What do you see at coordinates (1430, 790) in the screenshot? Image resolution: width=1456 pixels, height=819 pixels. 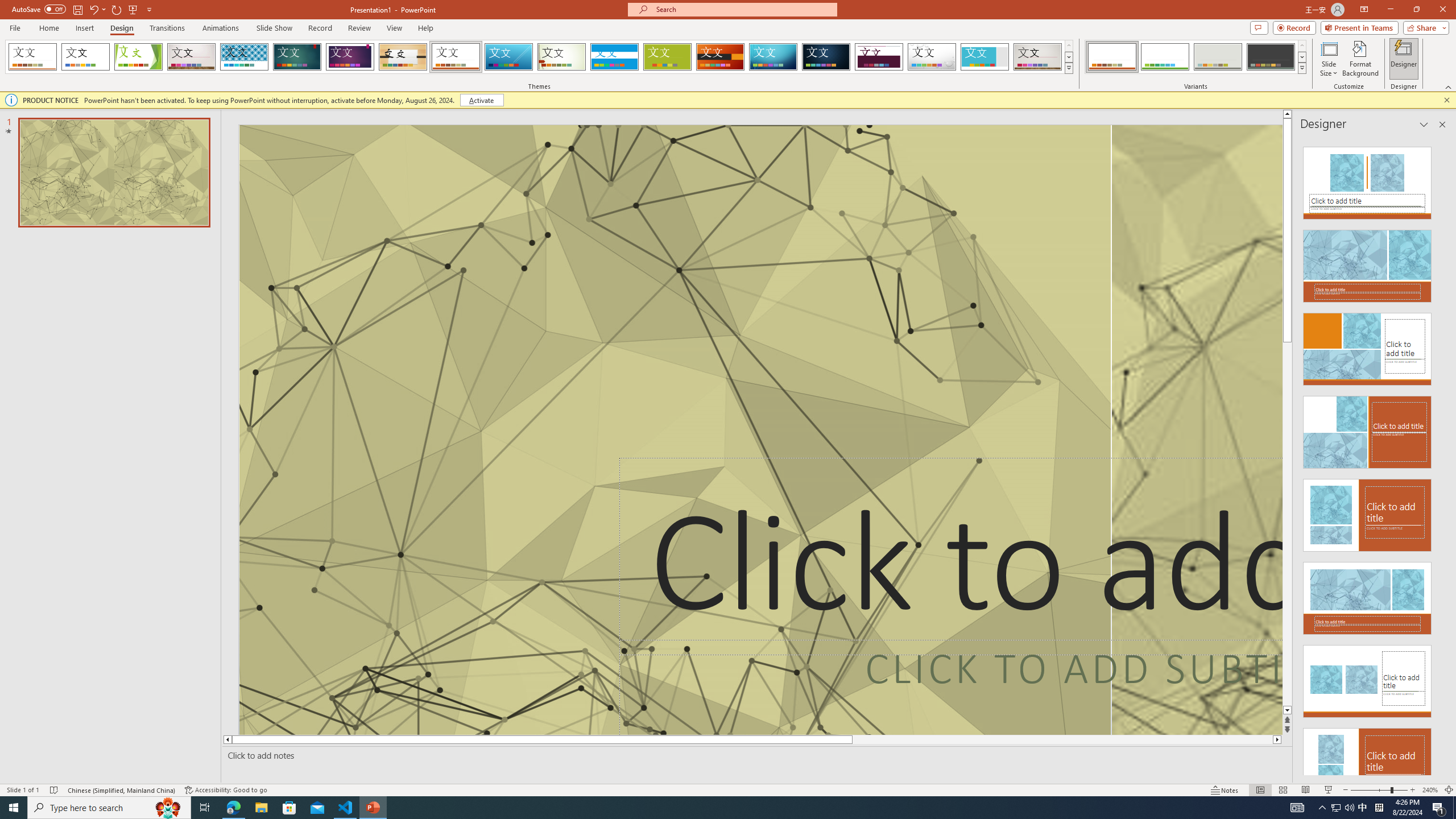 I see `'Zoom 240%'` at bounding box center [1430, 790].